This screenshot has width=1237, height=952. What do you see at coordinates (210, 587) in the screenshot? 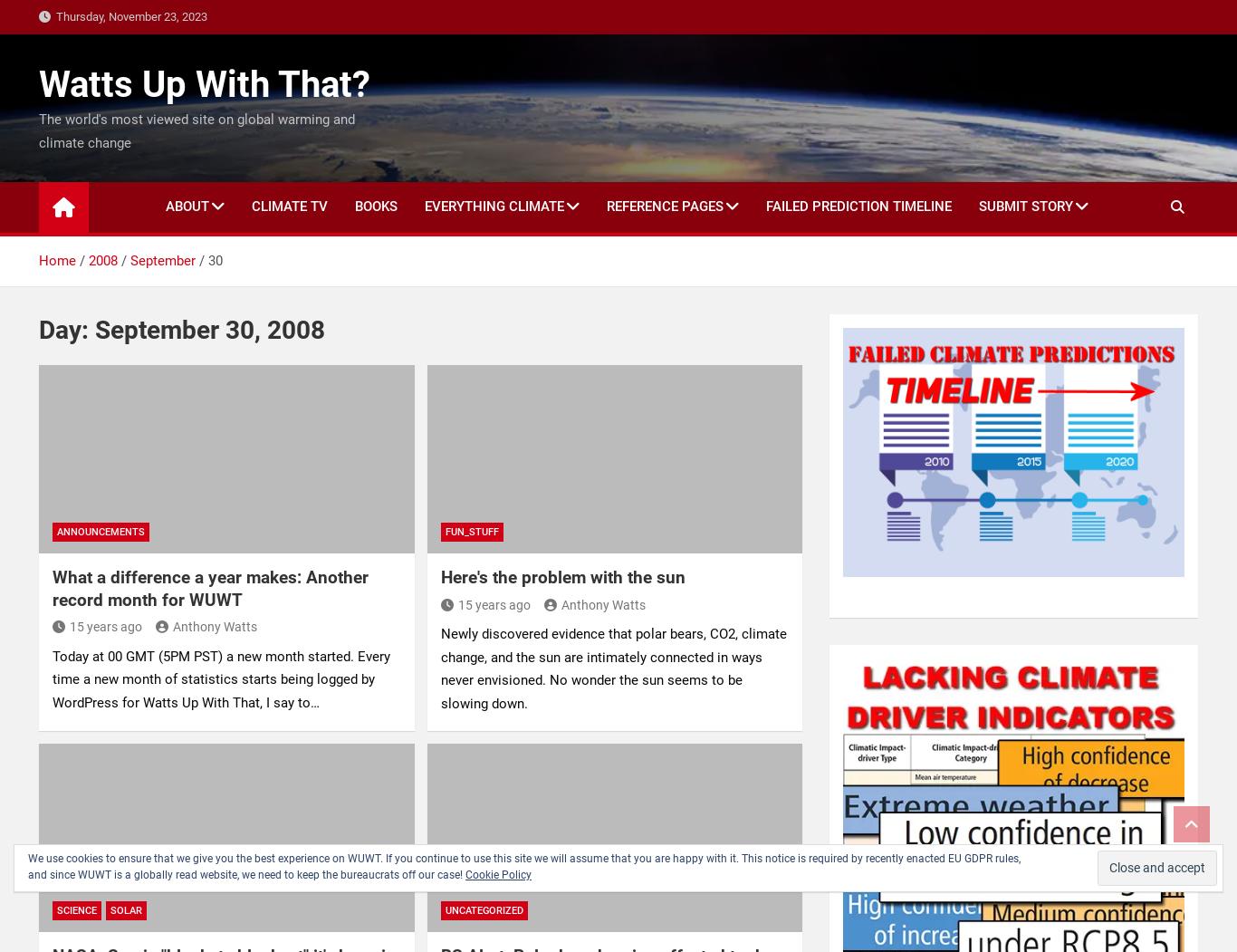
I see `'What a difference a year makes: Another record month for WUWT'` at bounding box center [210, 587].